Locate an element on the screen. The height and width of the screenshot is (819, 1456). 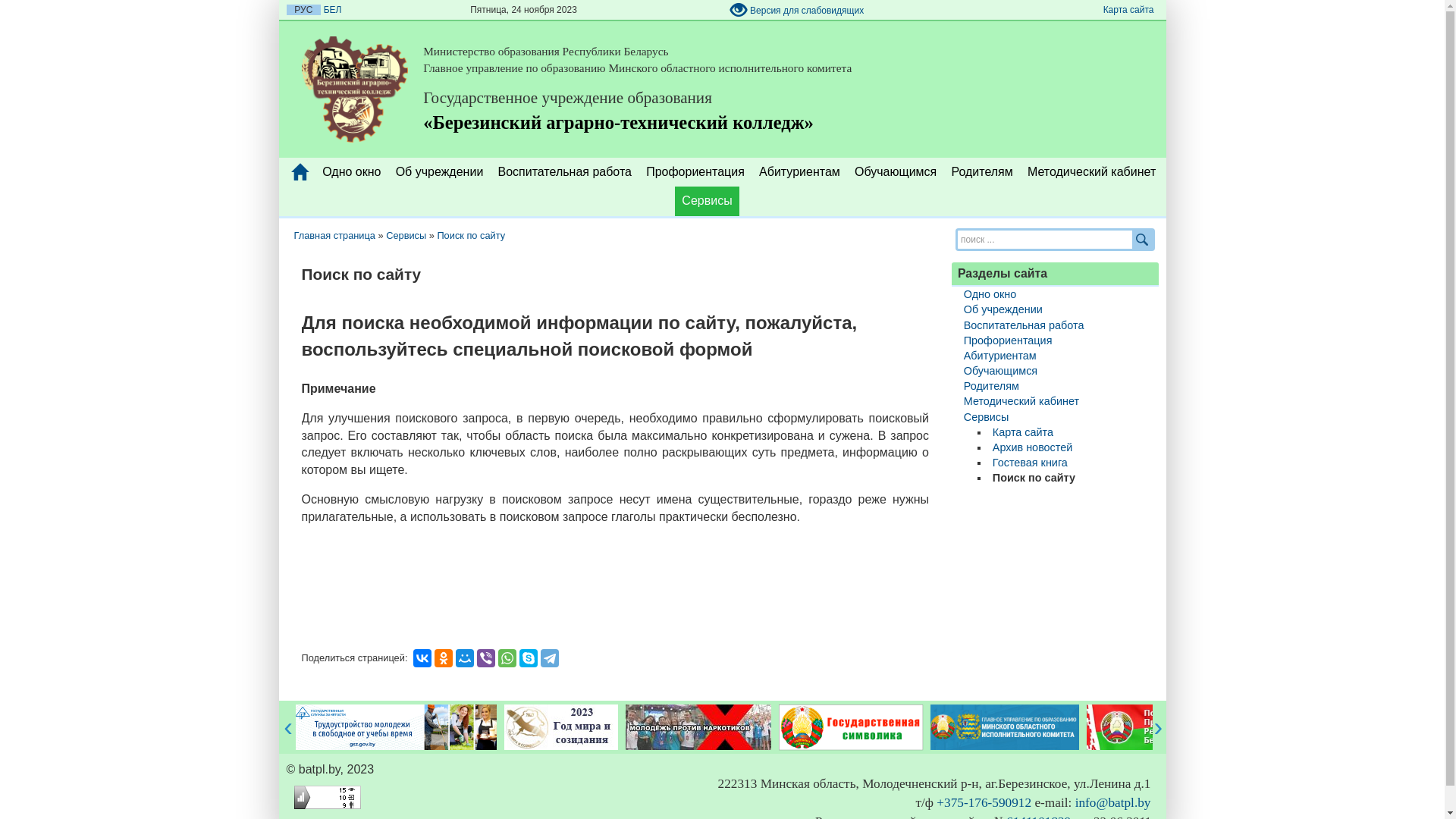
'WhatsApp' is located at coordinates (507, 657).